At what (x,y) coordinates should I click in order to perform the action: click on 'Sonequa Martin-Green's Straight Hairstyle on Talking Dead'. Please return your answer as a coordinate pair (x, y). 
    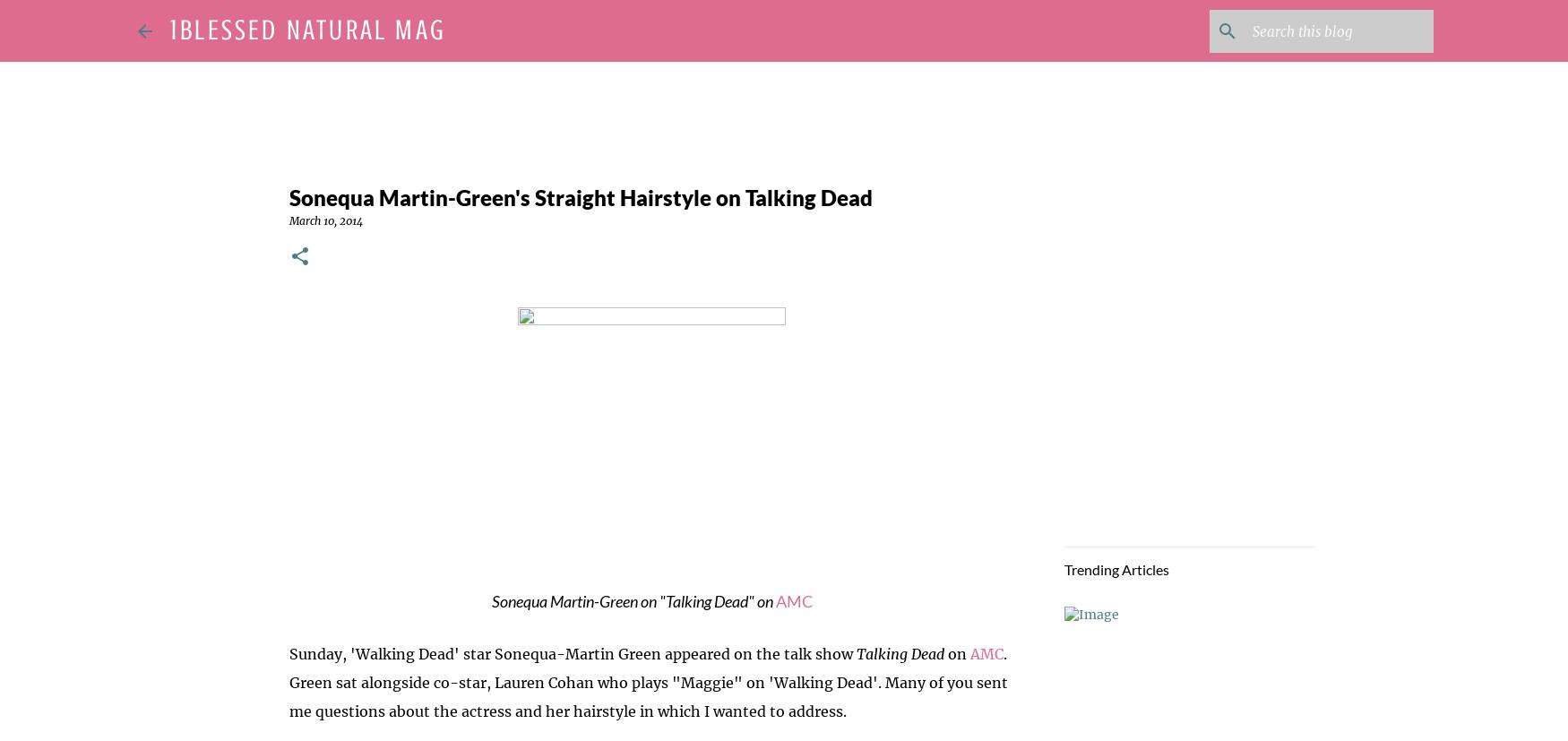
    Looking at the image, I should click on (289, 197).